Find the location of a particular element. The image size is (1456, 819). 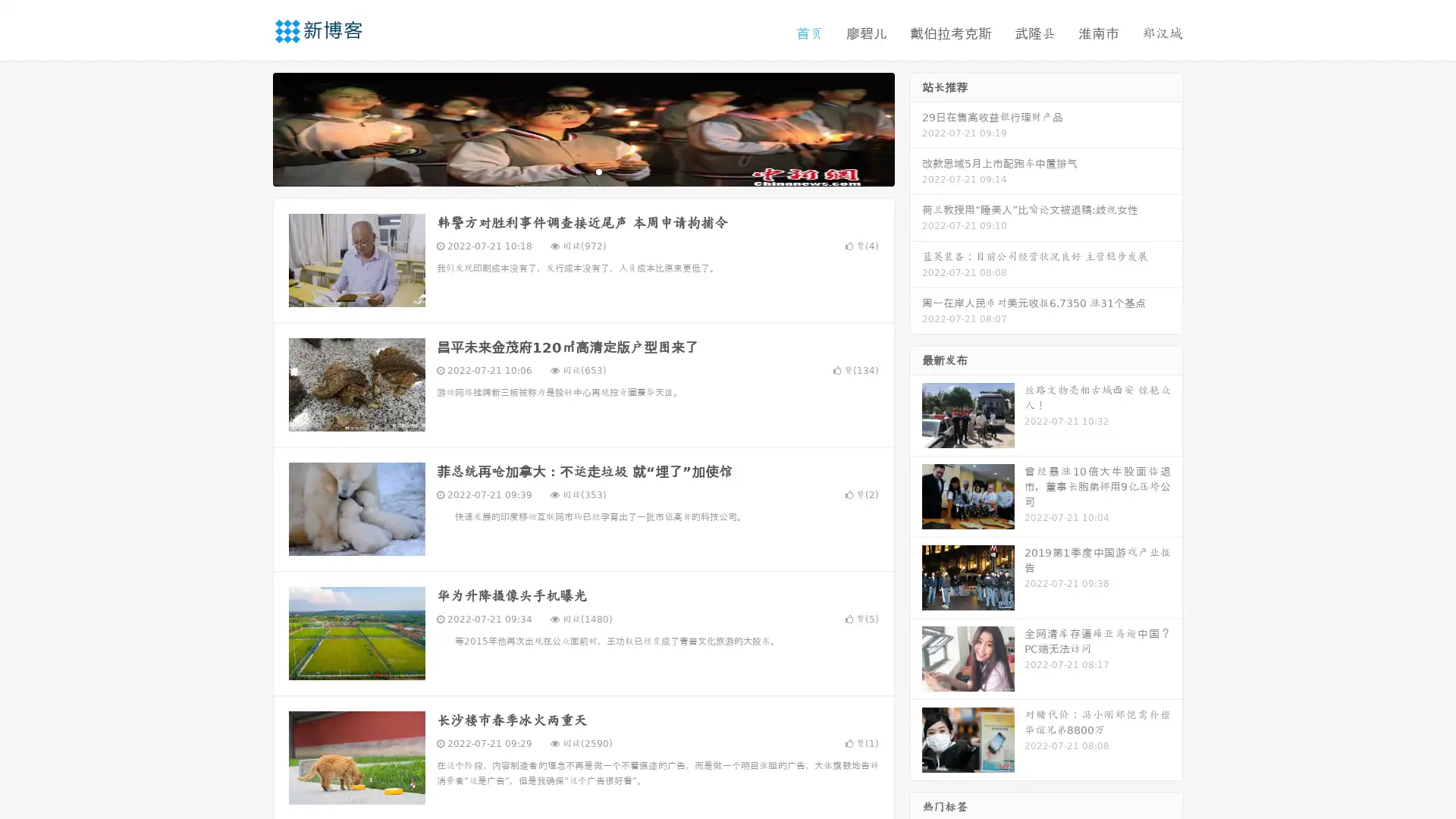

Go to slide 1 is located at coordinates (567, 171).